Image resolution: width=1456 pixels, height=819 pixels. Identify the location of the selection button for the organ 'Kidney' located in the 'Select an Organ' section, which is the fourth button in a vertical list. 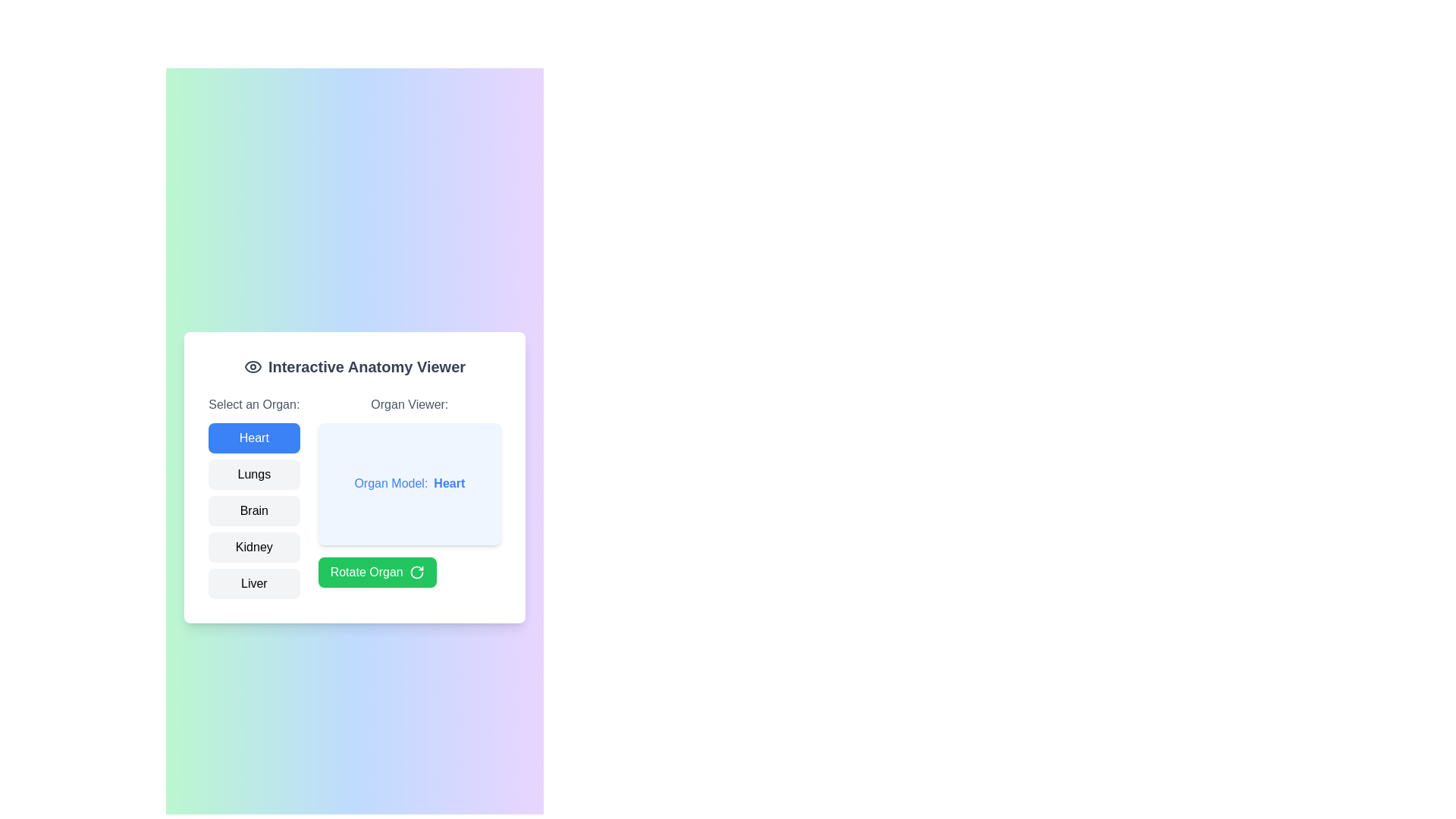
(254, 547).